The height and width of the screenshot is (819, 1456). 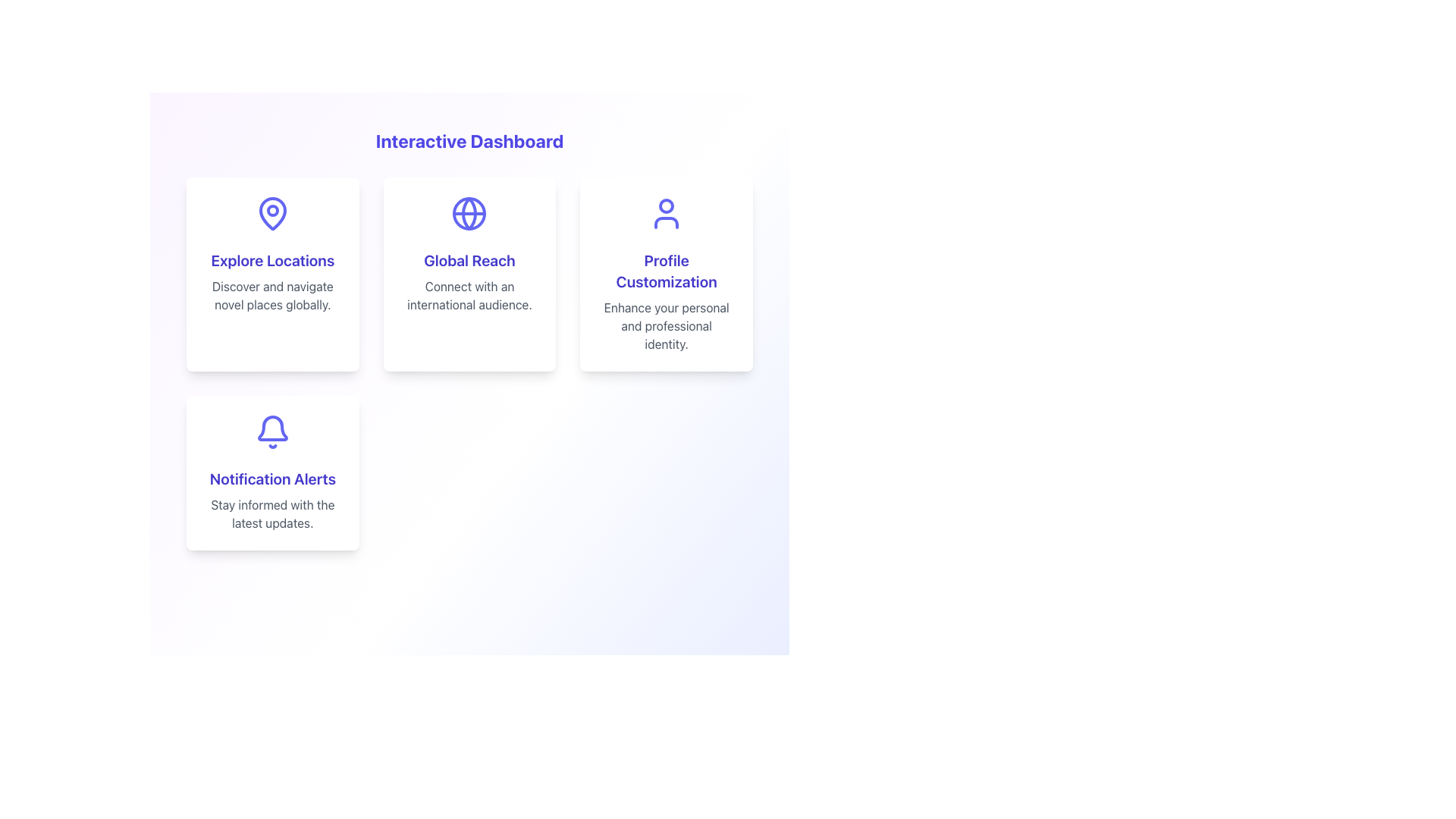 I want to click on the title text within the second card of the 2x2 grid layout on the dashboard, which summarizes the primary concept of reaching a global audience, so click(x=469, y=259).